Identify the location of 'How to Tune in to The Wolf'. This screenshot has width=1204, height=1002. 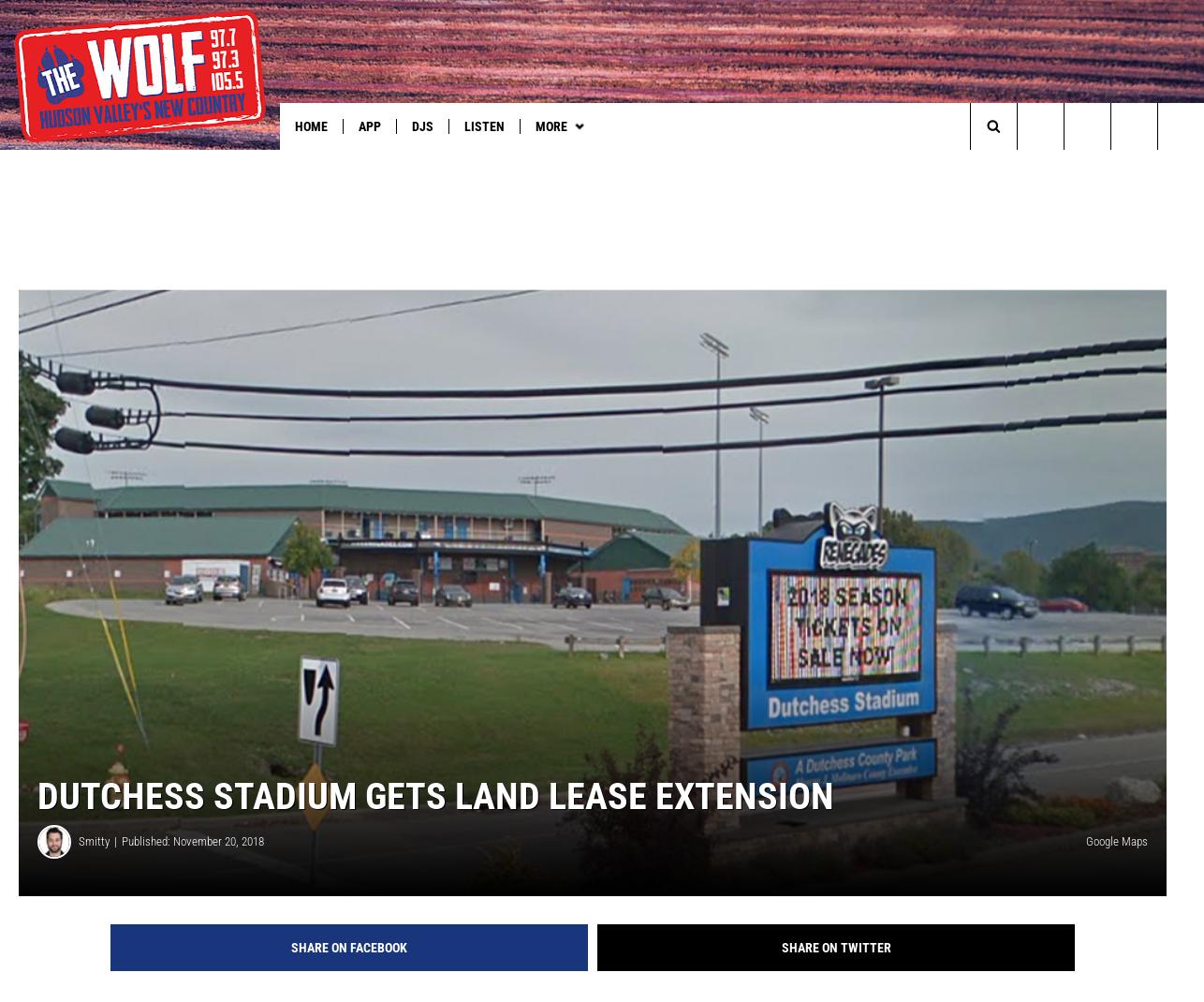
(667, 165).